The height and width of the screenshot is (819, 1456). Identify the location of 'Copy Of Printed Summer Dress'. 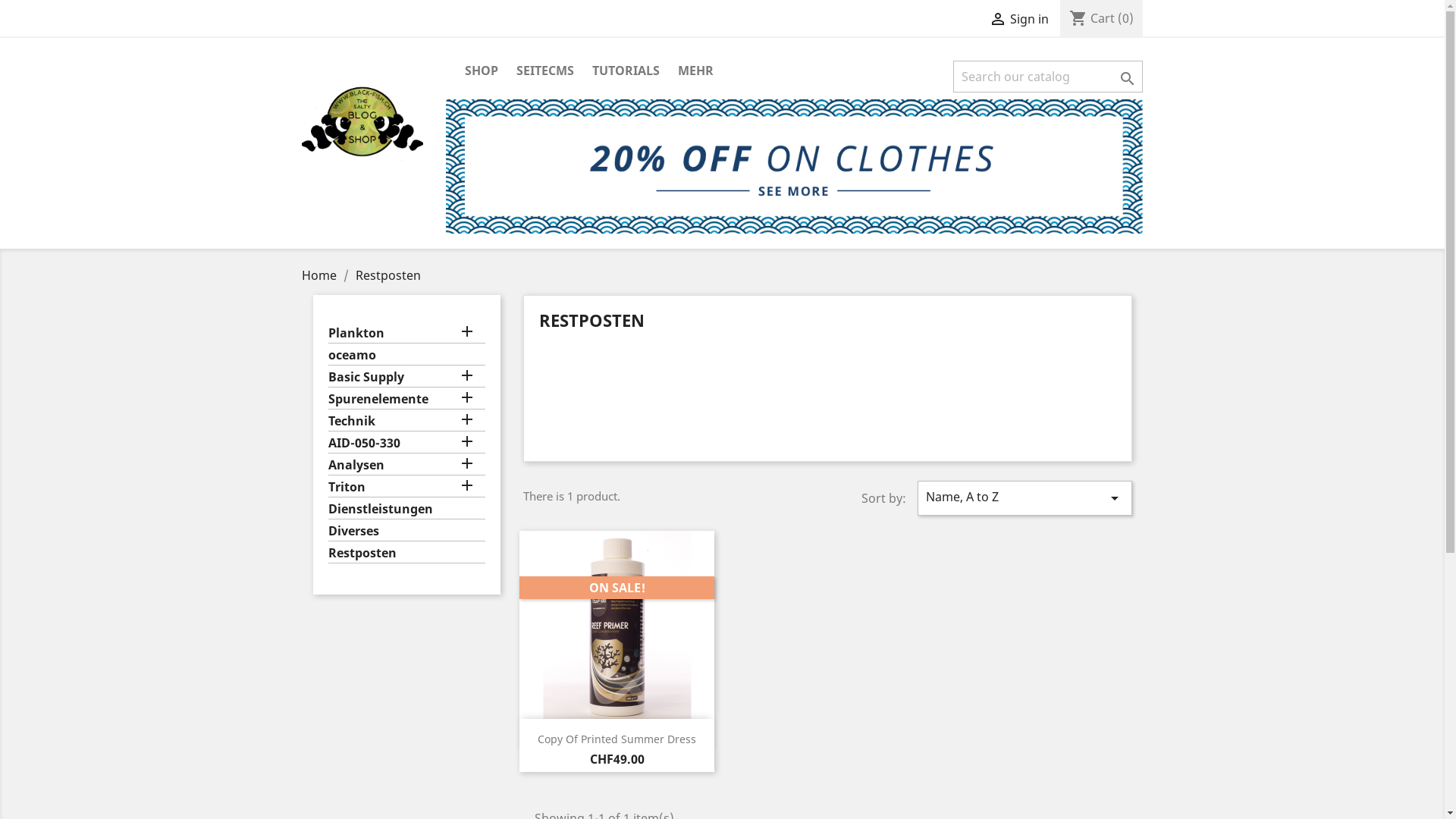
(538, 738).